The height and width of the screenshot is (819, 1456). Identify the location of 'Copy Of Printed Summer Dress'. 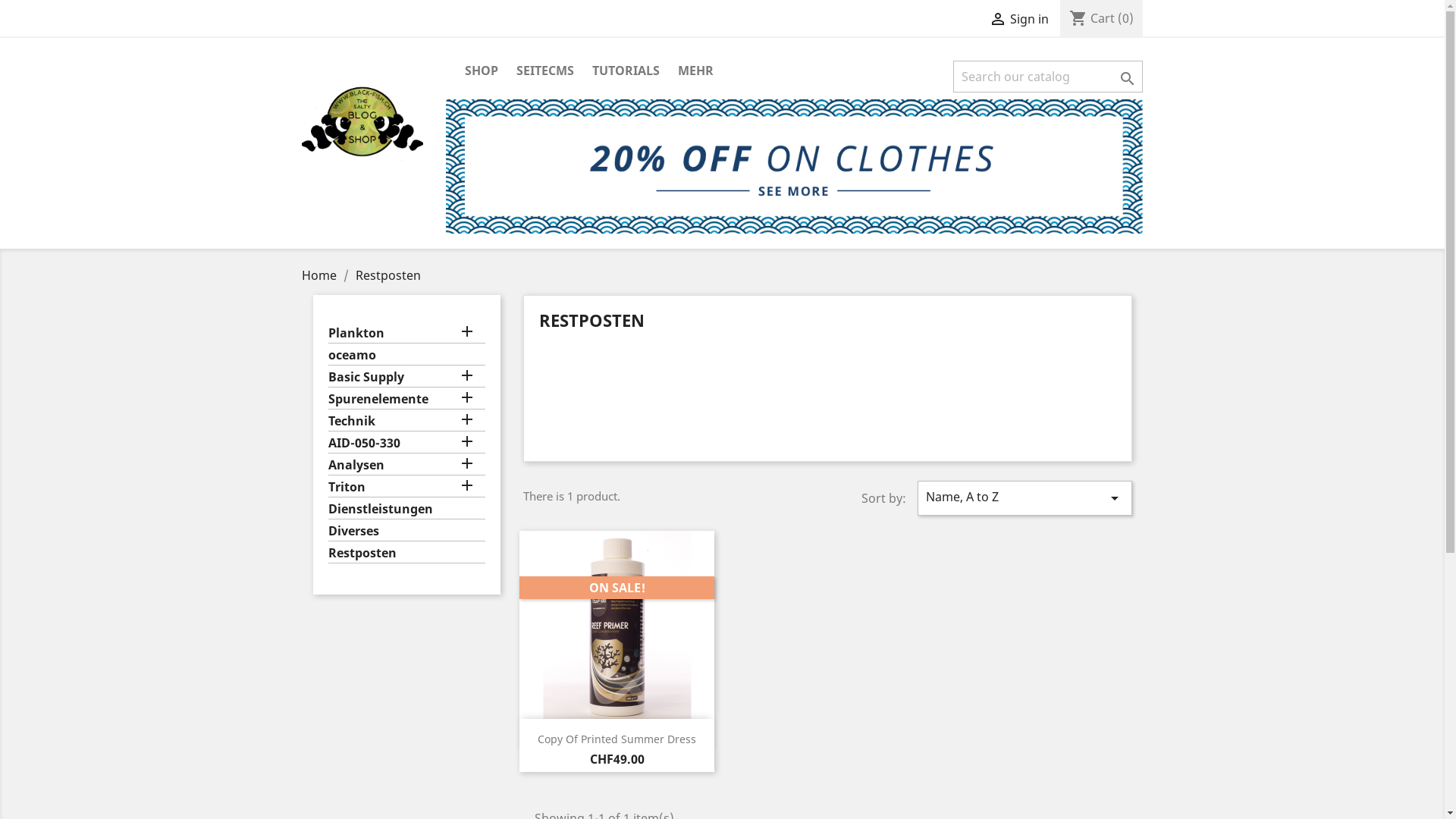
(538, 738).